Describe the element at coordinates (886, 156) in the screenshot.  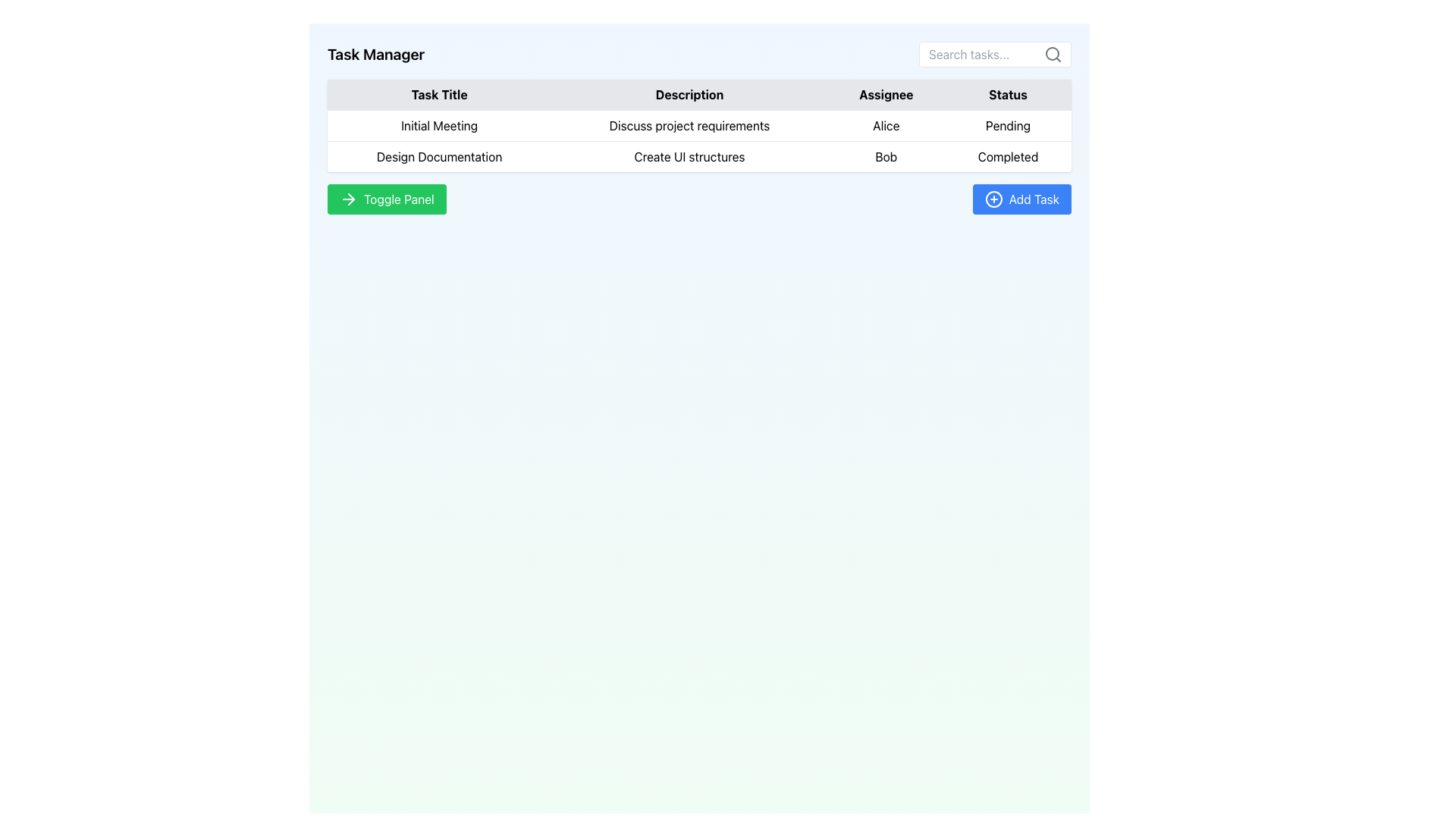
I see `the text label displaying 'Bob' in the second row of the 'Assignee' column of the table` at that location.